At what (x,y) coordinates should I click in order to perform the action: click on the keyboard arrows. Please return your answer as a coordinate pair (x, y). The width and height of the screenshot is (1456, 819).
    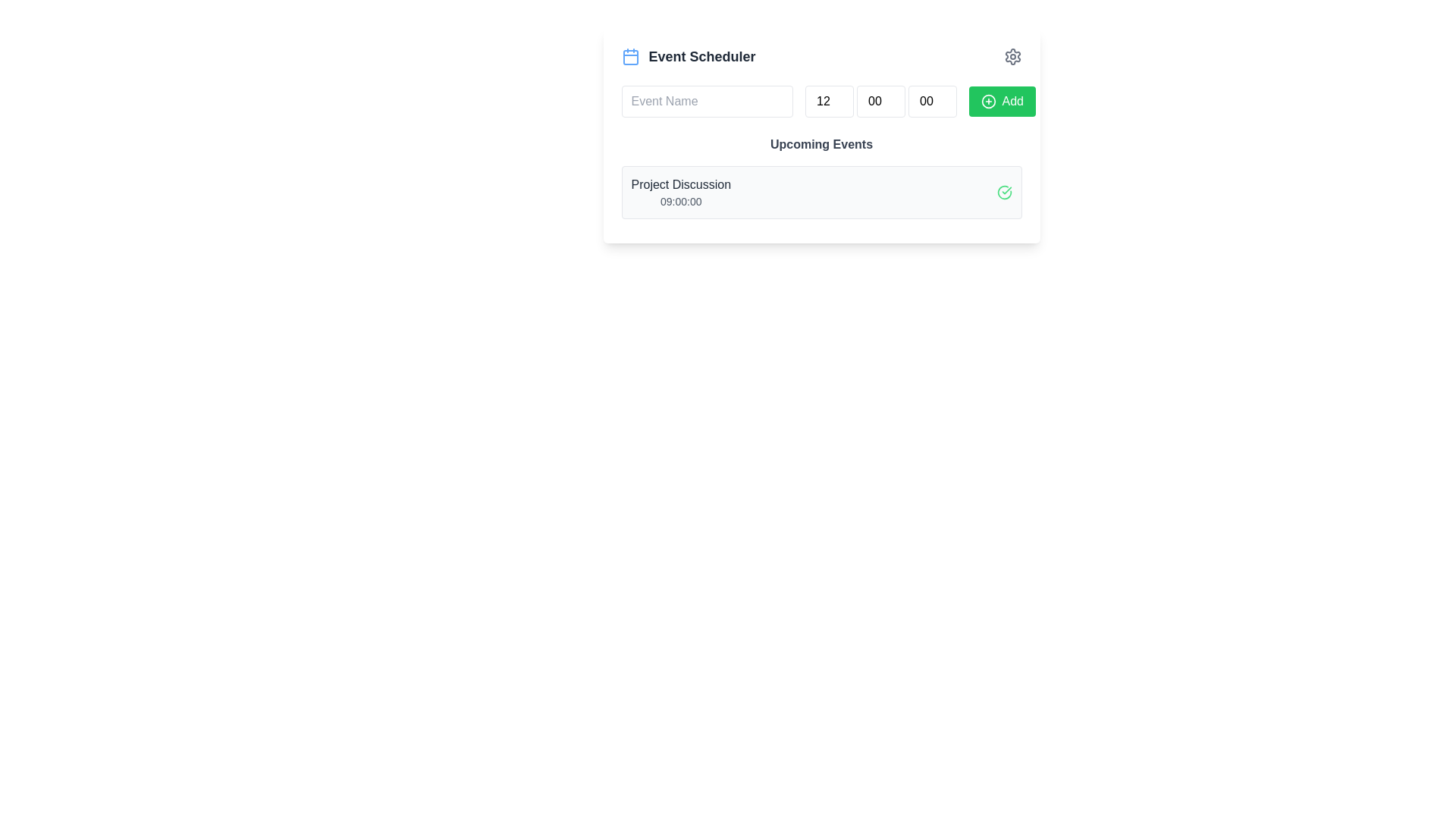
    Looking at the image, I should click on (821, 102).